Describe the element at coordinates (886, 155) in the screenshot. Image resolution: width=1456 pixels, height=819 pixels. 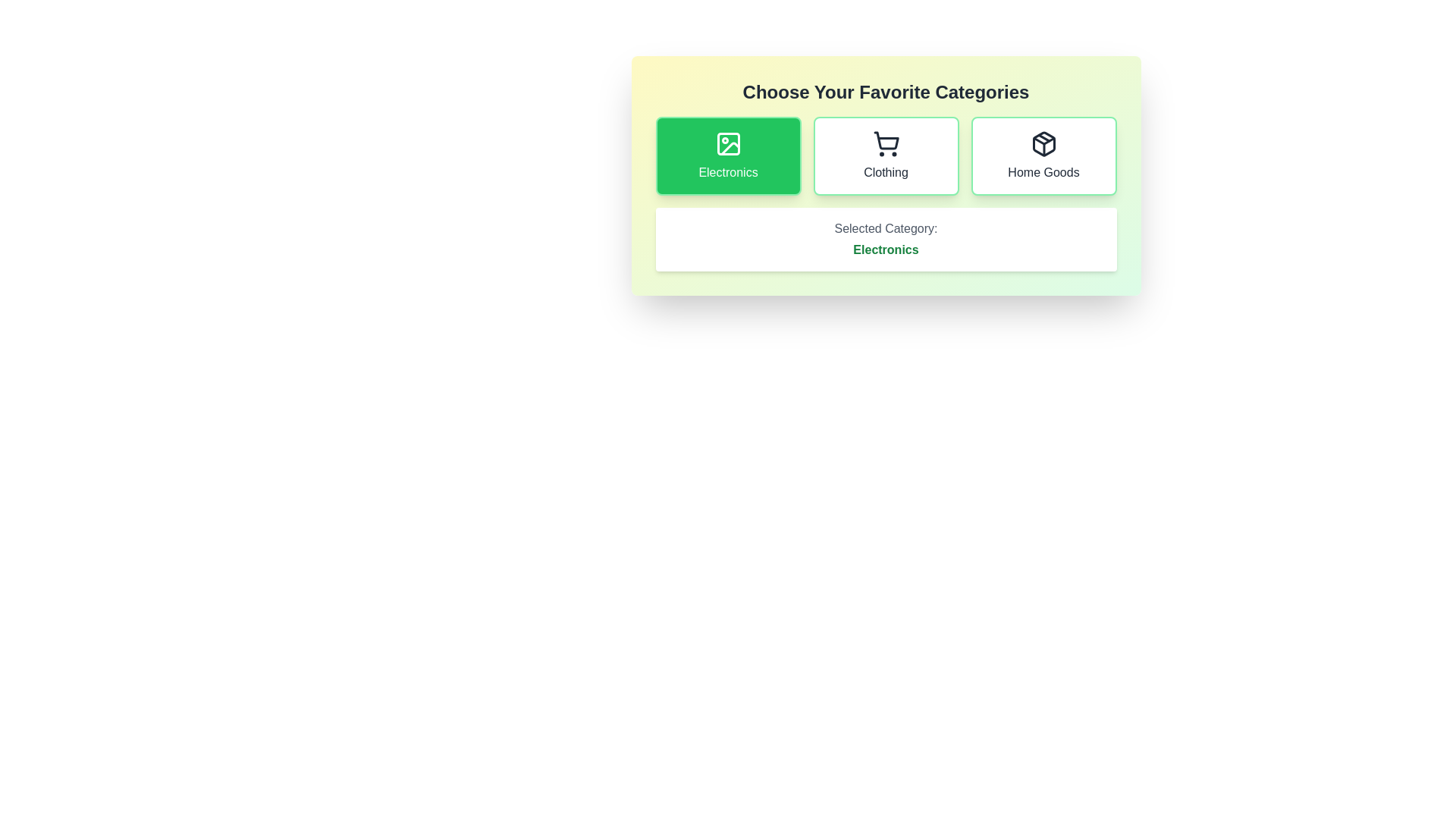
I see `the category button corresponding to Clothing` at that location.